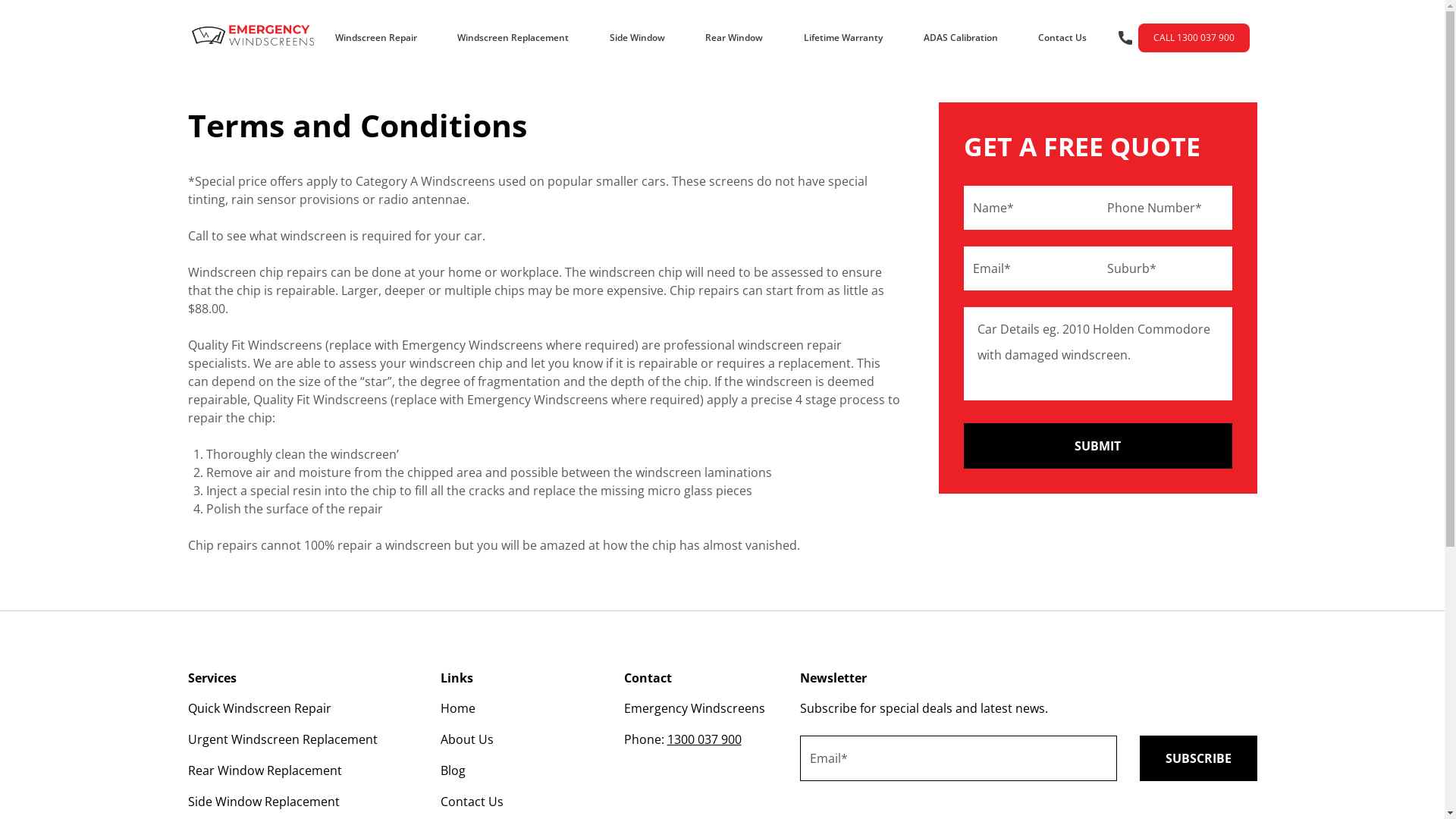 This screenshot has height=819, width=1456. Describe the element at coordinates (843, 37) in the screenshot. I see `'Lifetime Warranty'` at that location.